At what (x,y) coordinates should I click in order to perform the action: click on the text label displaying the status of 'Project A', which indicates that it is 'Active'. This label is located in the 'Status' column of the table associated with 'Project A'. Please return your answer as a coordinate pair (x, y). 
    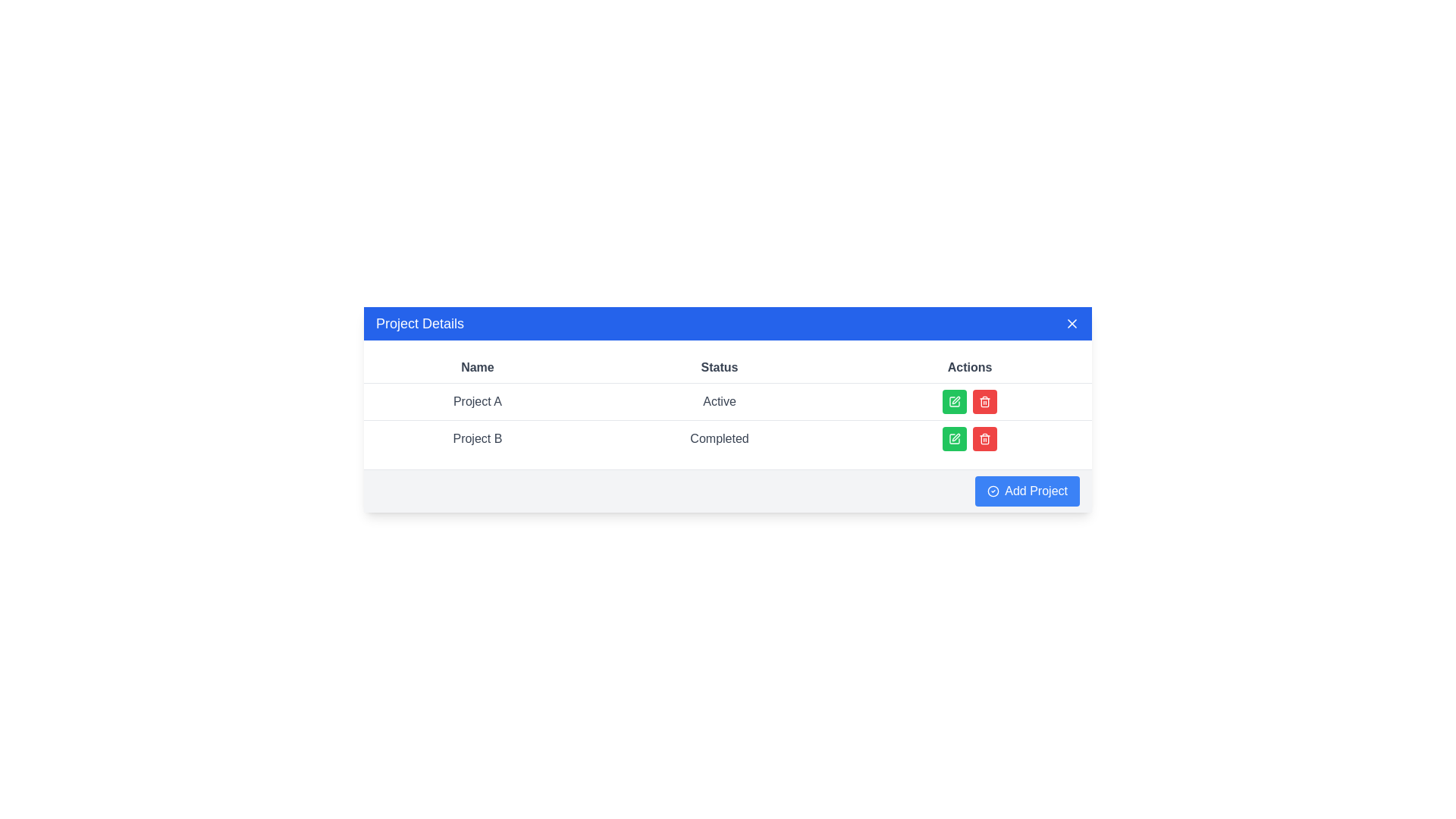
    Looking at the image, I should click on (719, 400).